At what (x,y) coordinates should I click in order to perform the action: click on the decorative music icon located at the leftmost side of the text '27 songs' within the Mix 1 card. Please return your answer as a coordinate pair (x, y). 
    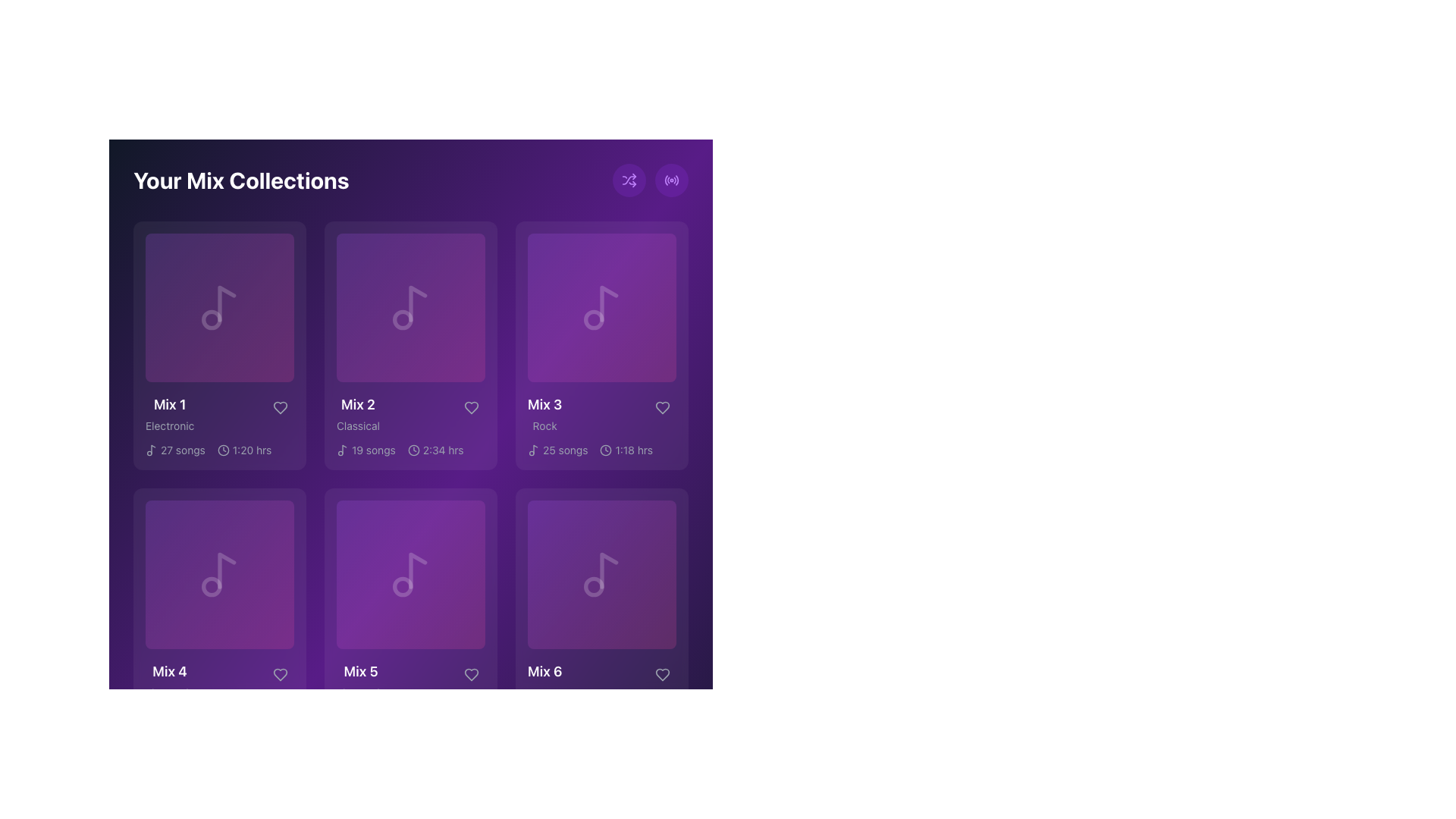
    Looking at the image, I should click on (152, 450).